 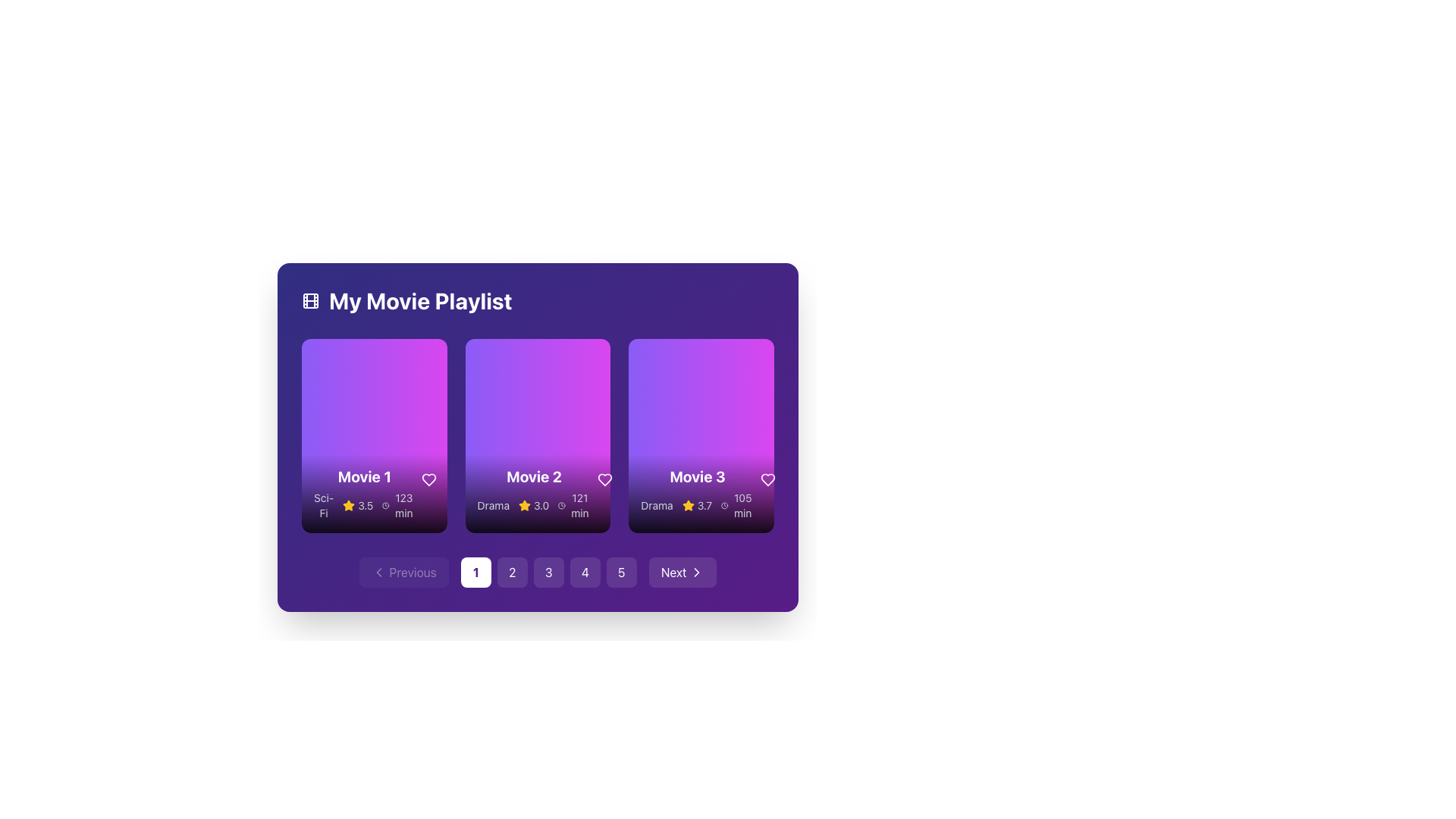 I want to click on the circular button with the number '5' at its center, so click(x=621, y=573).